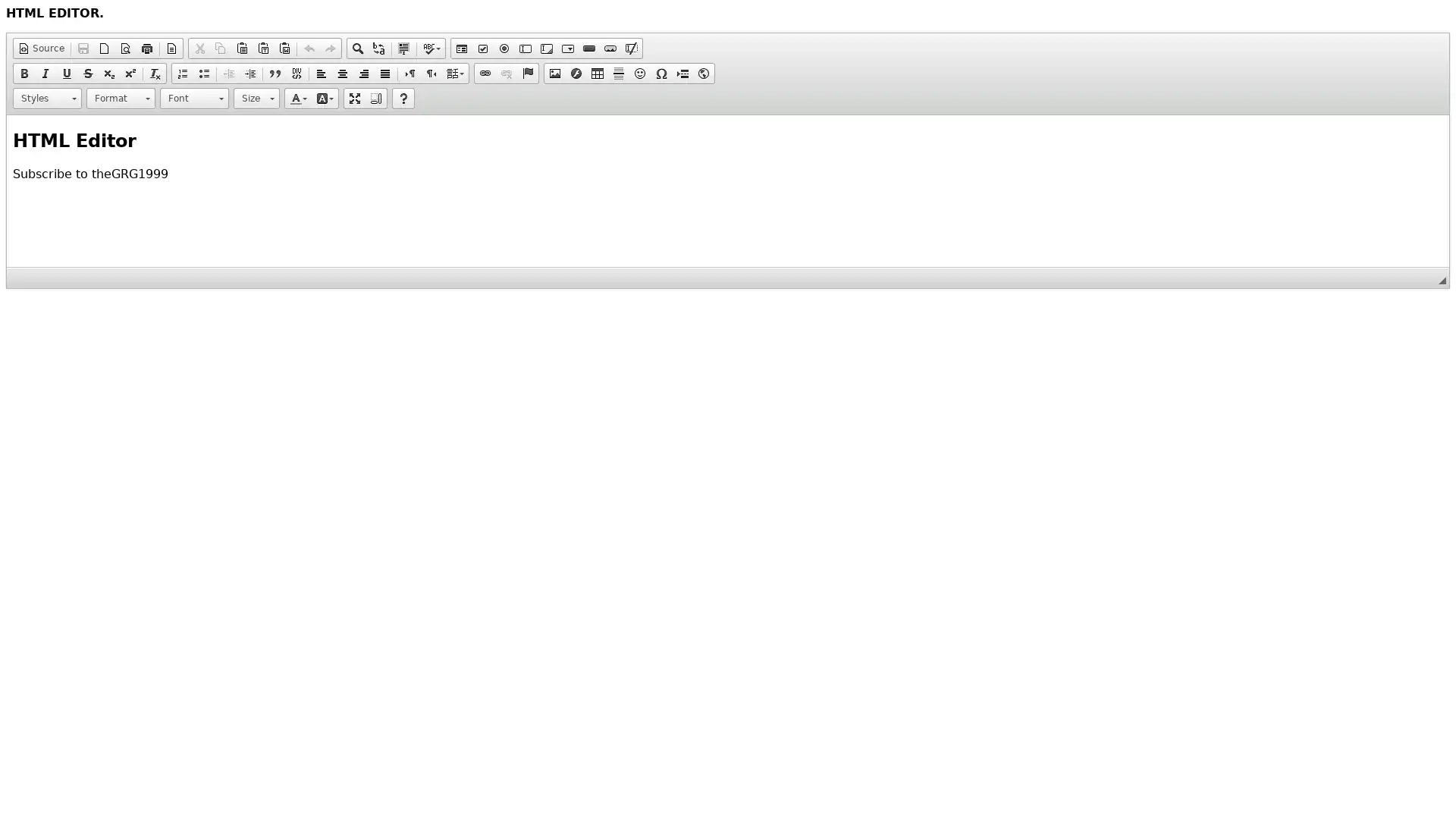 The width and height of the screenshot is (1456, 819). I want to click on Insert/Remove Bulleted List, so click(202, 73).